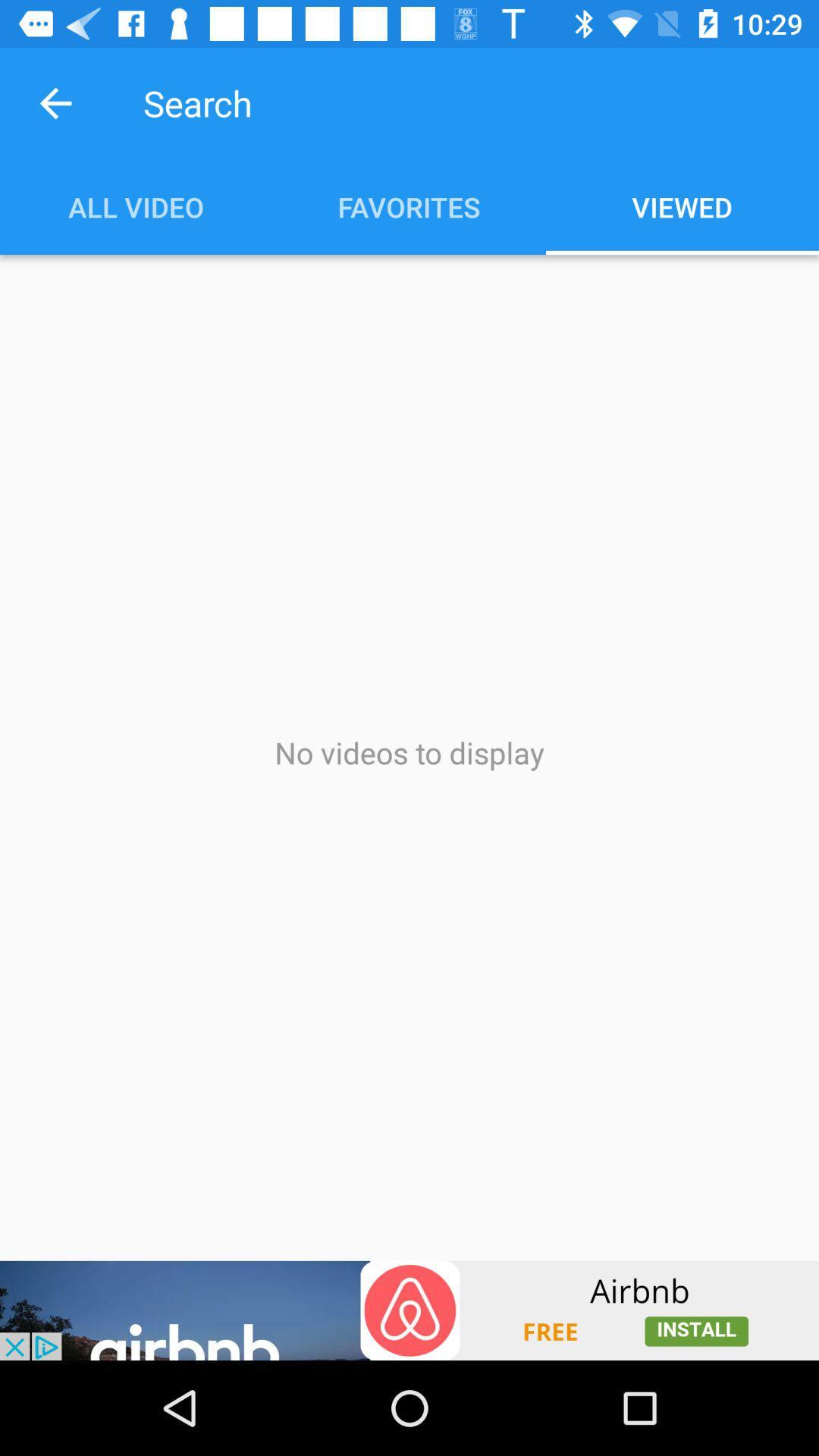 This screenshot has height=1456, width=819. What do you see at coordinates (430, 102) in the screenshot?
I see `search` at bounding box center [430, 102].